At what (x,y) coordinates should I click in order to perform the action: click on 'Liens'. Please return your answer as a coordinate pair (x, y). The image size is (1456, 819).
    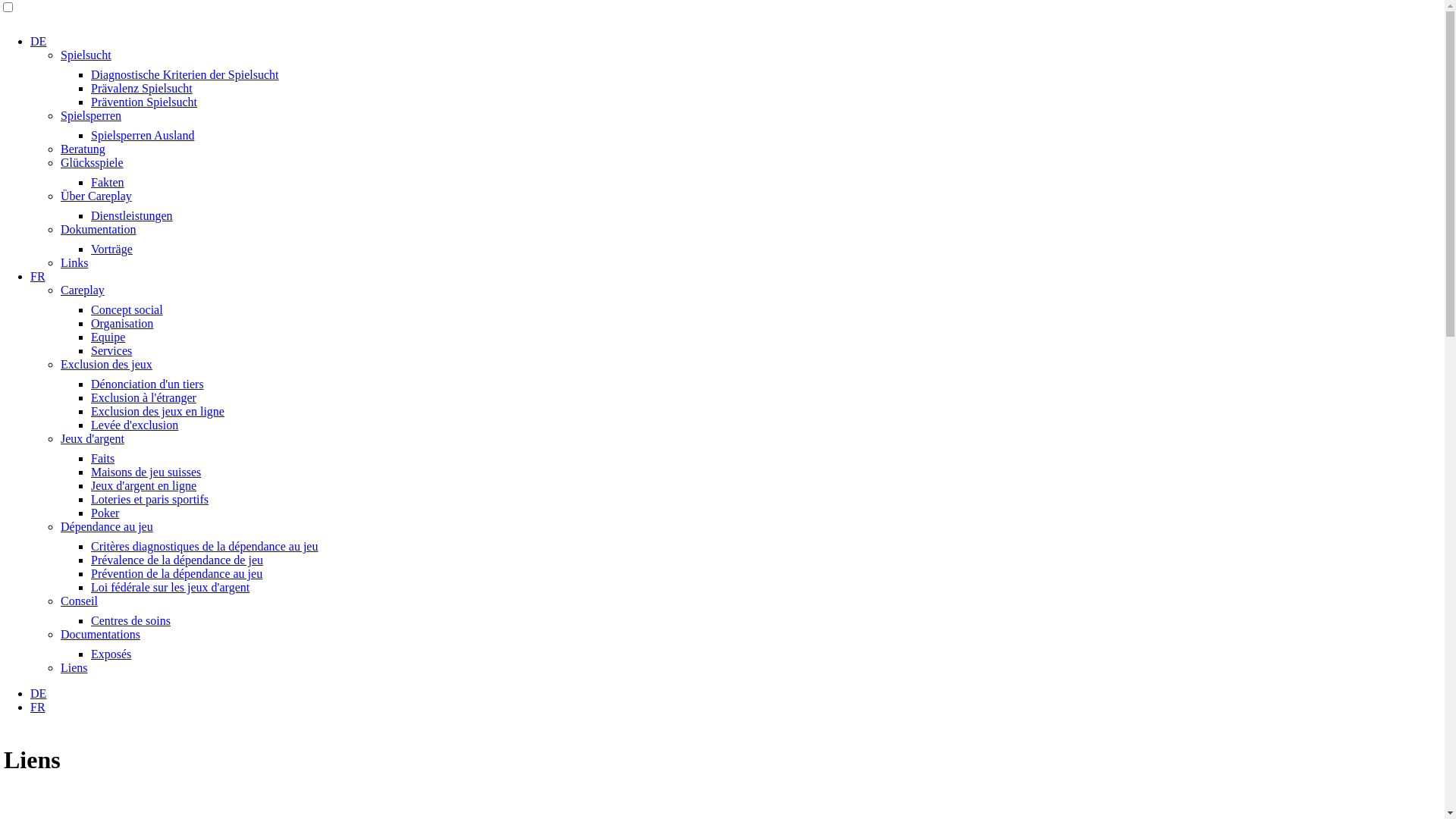
    Looking at the image, I should click on (73, 667).